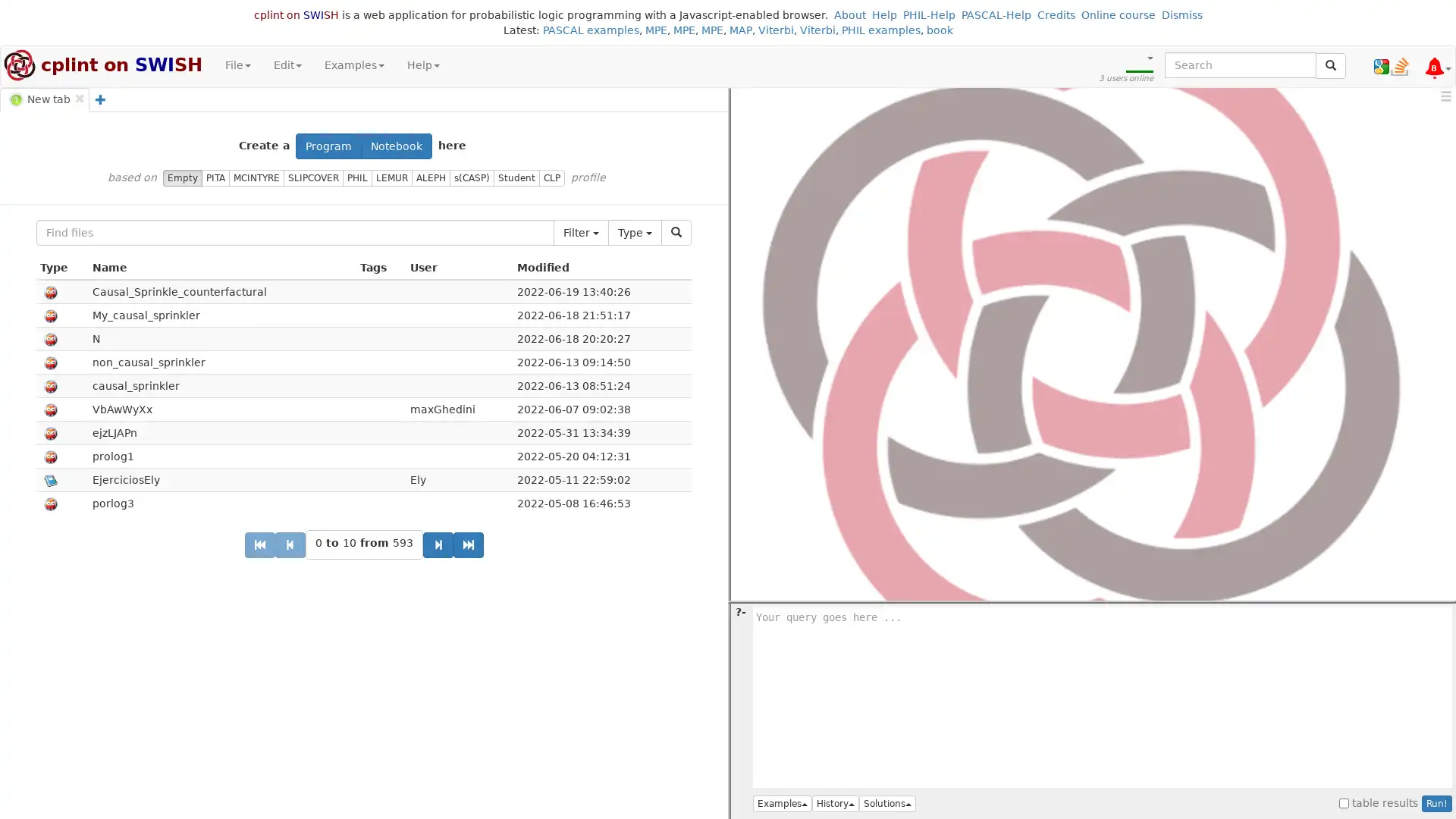 The image size is (1456, 819). Describe the element at coordinates (328, 146) in the screenshot. I see `Program` at that location.